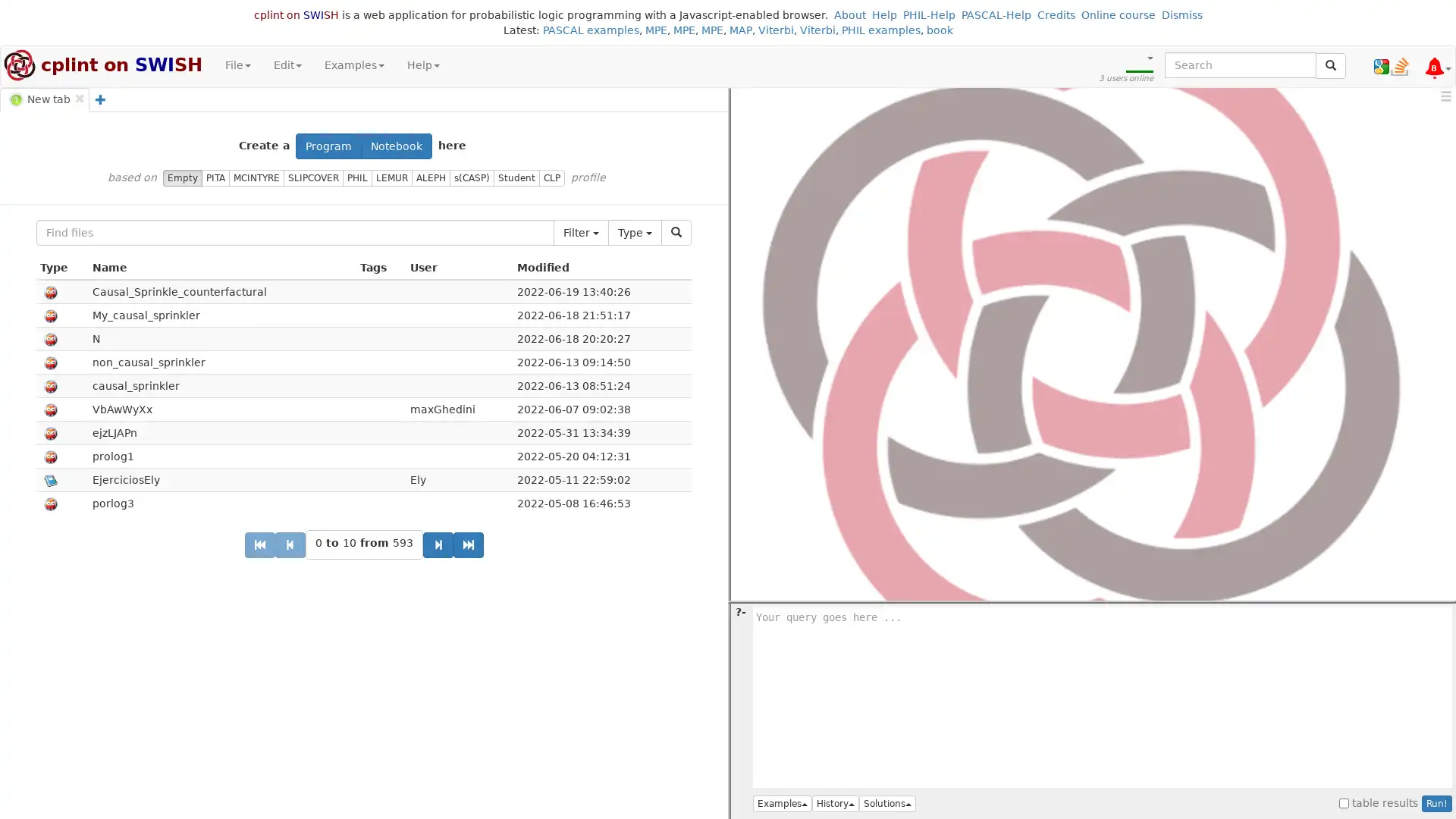 The image size is (1456, 819). Describe the element at coordinates (328, 146) in the screenshot. I see `Program` at that location.